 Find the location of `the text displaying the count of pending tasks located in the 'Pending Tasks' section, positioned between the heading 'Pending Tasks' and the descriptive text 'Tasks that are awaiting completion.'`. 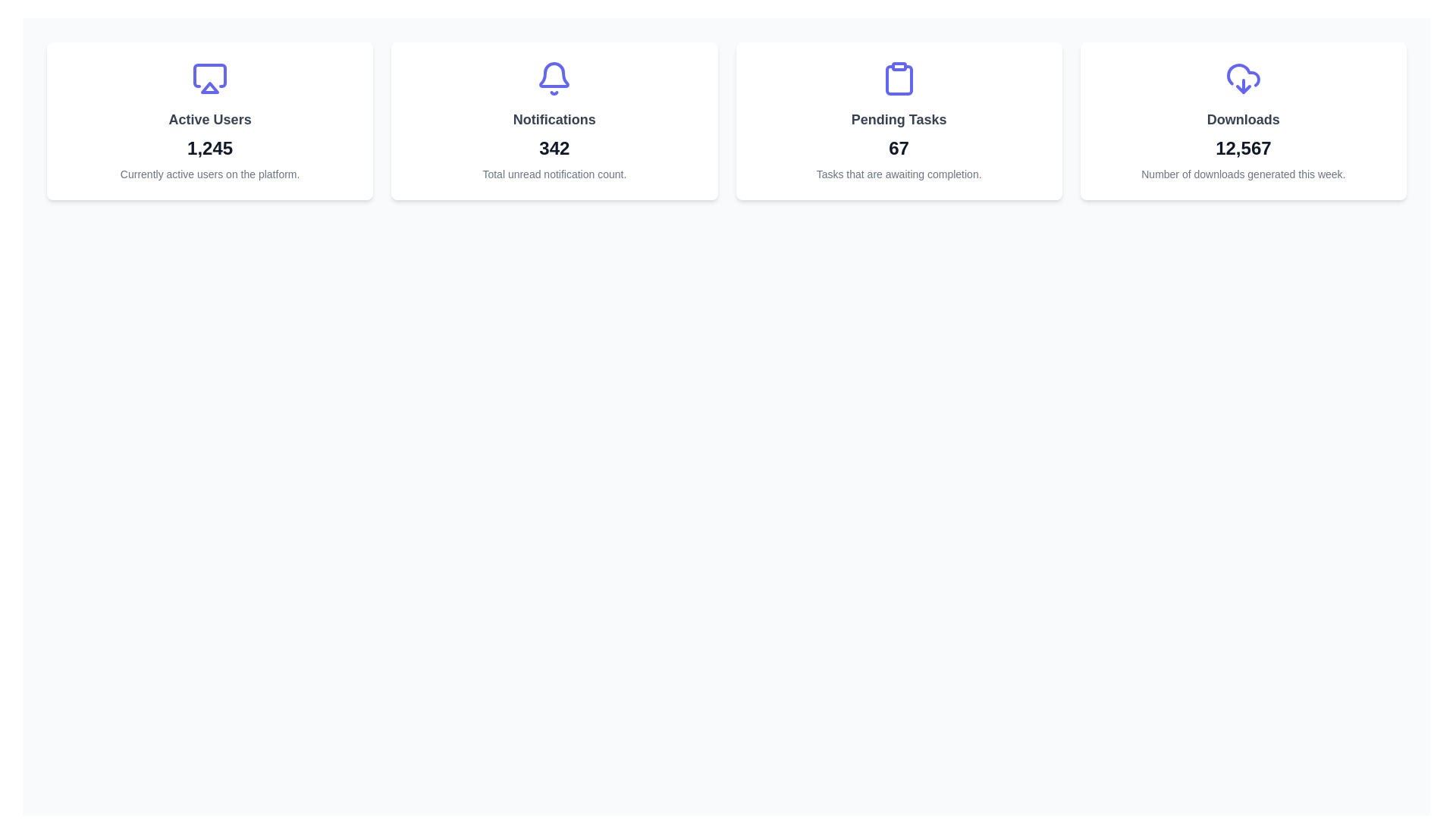

the text displaying the count of pending tasks located in the 'Pending Tasks' section, positioned between the heading 'Pending Tasks' and the descriptive text 'Tasks that are awaiting completion.' is located at coordinates (899, 149).